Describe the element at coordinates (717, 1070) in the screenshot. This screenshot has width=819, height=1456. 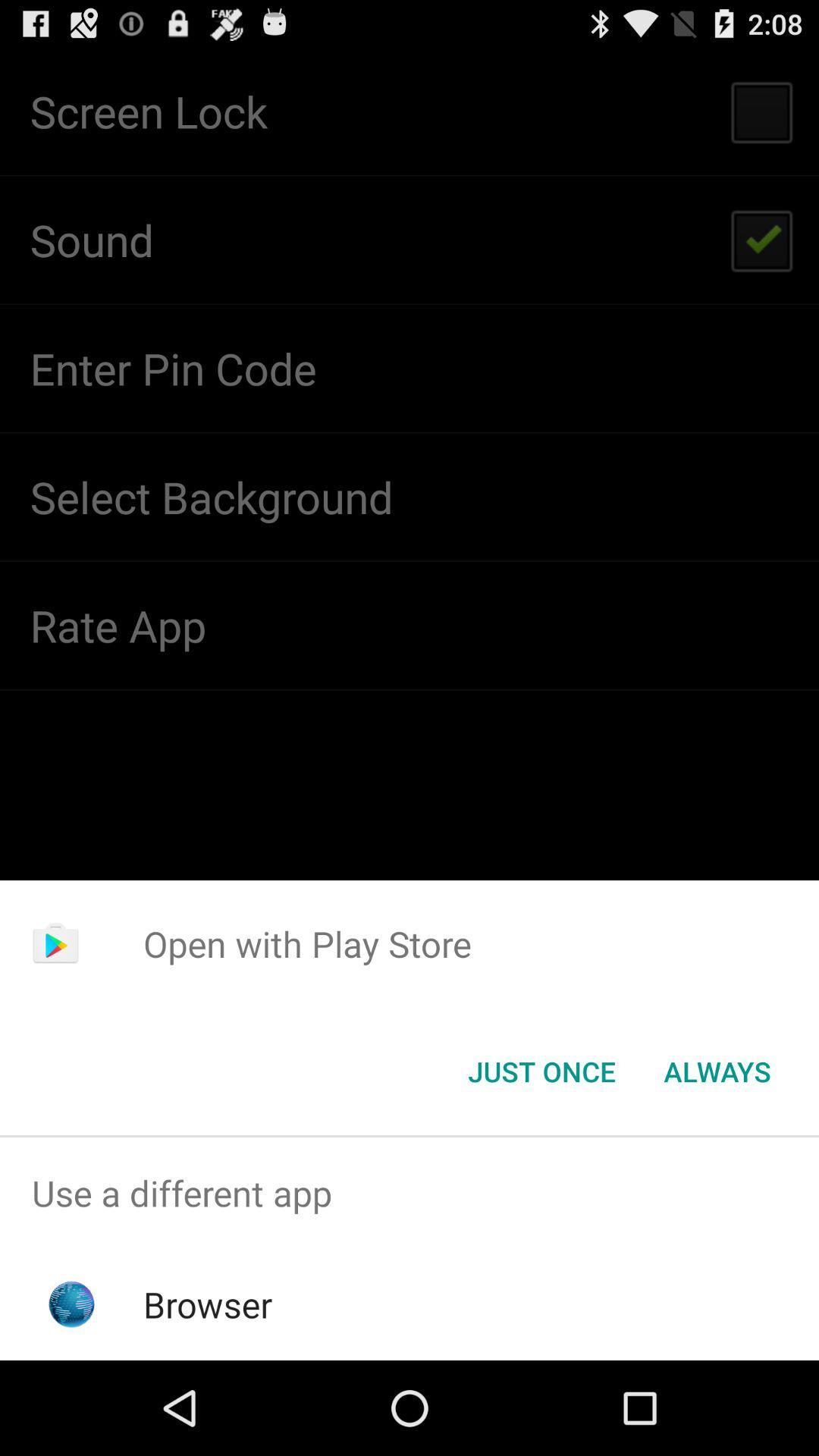
I see `the icon next to the just once button` at that location.